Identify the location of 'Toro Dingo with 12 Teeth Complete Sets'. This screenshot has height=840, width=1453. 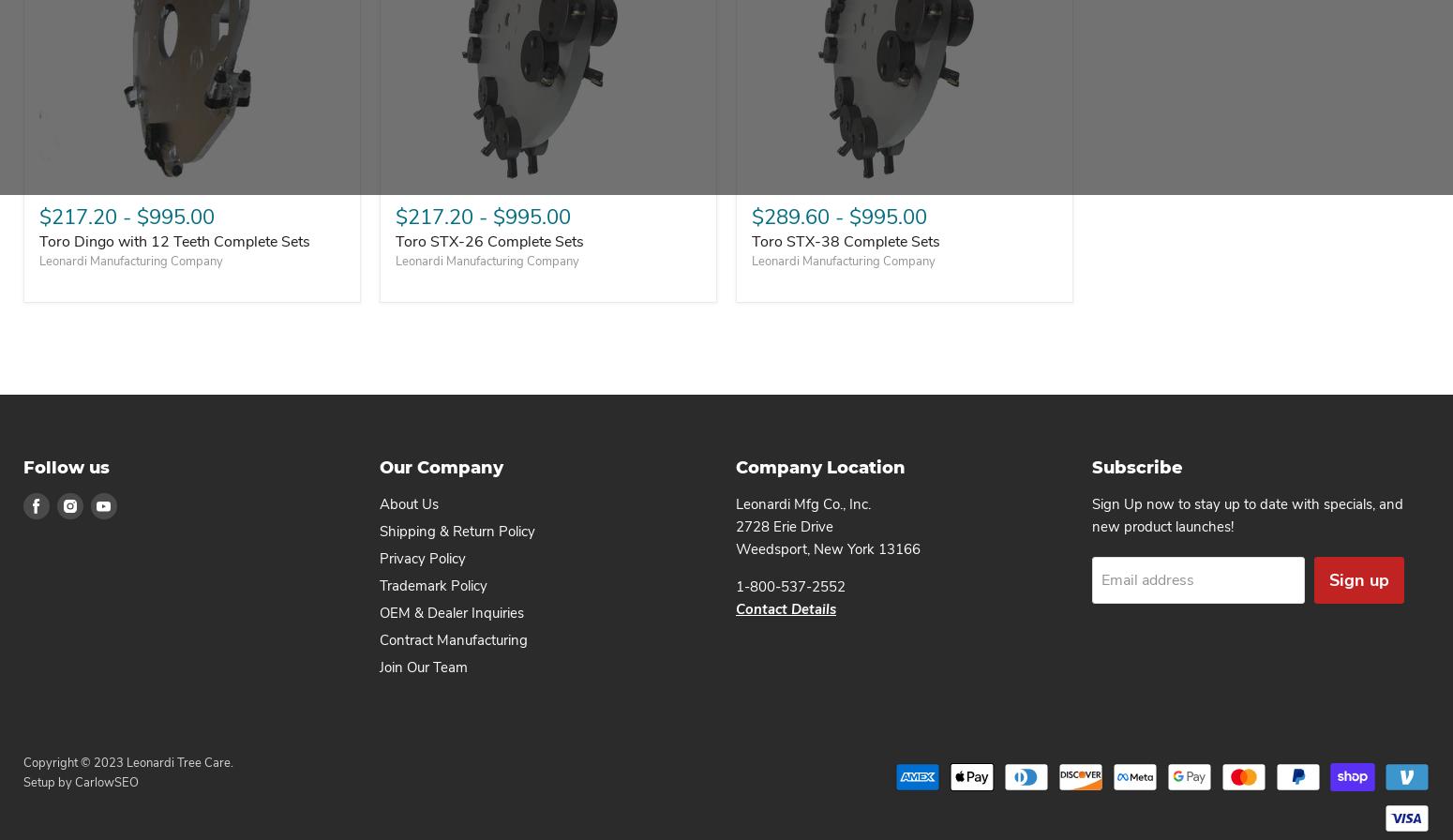
(173, 240).